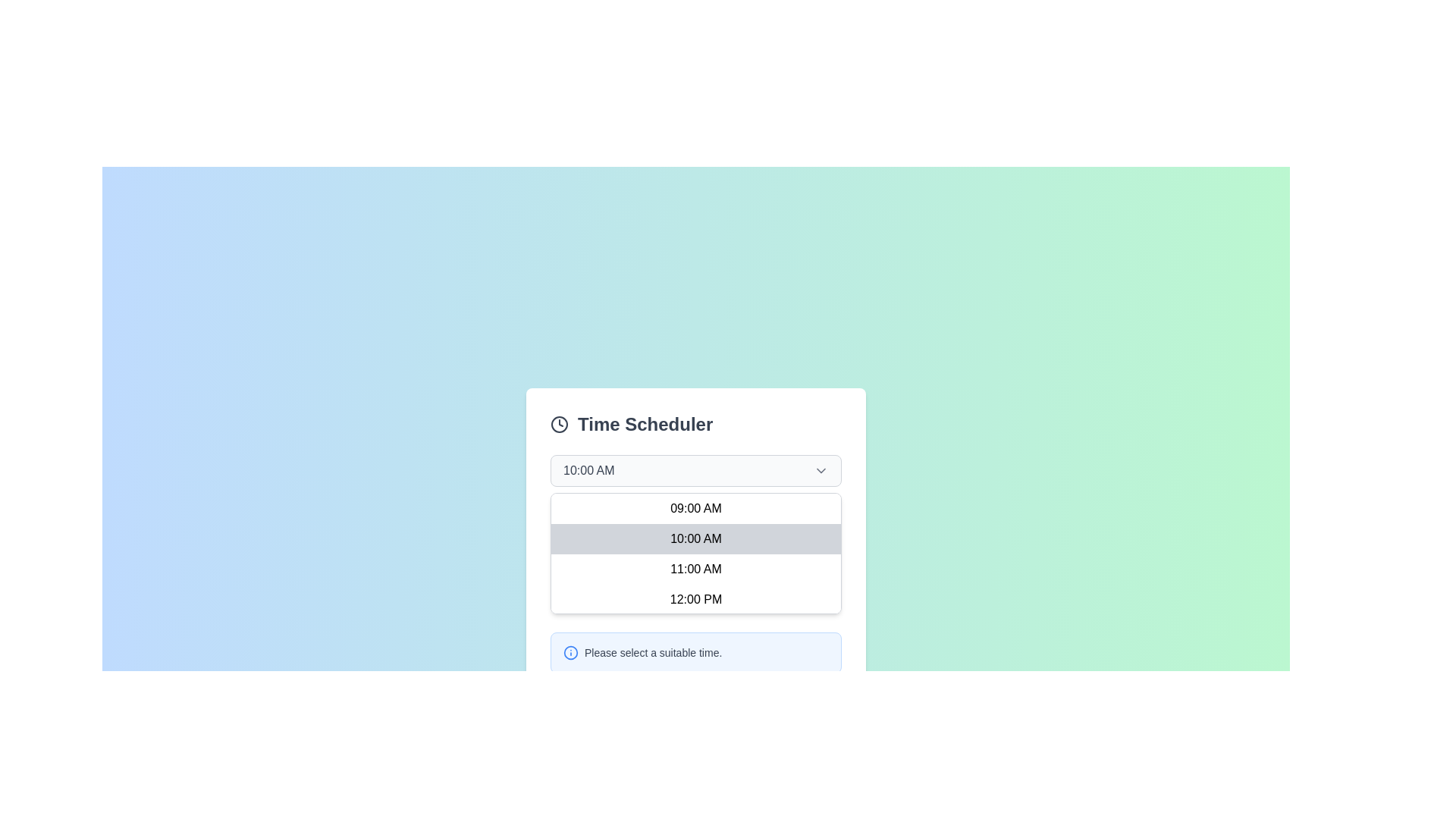  What do you see at coordinates (570, 651) in the screenshot?
I see `the circular visual indicator within the information icon located in the message box below the main content area` at bounding box center [570, 651].